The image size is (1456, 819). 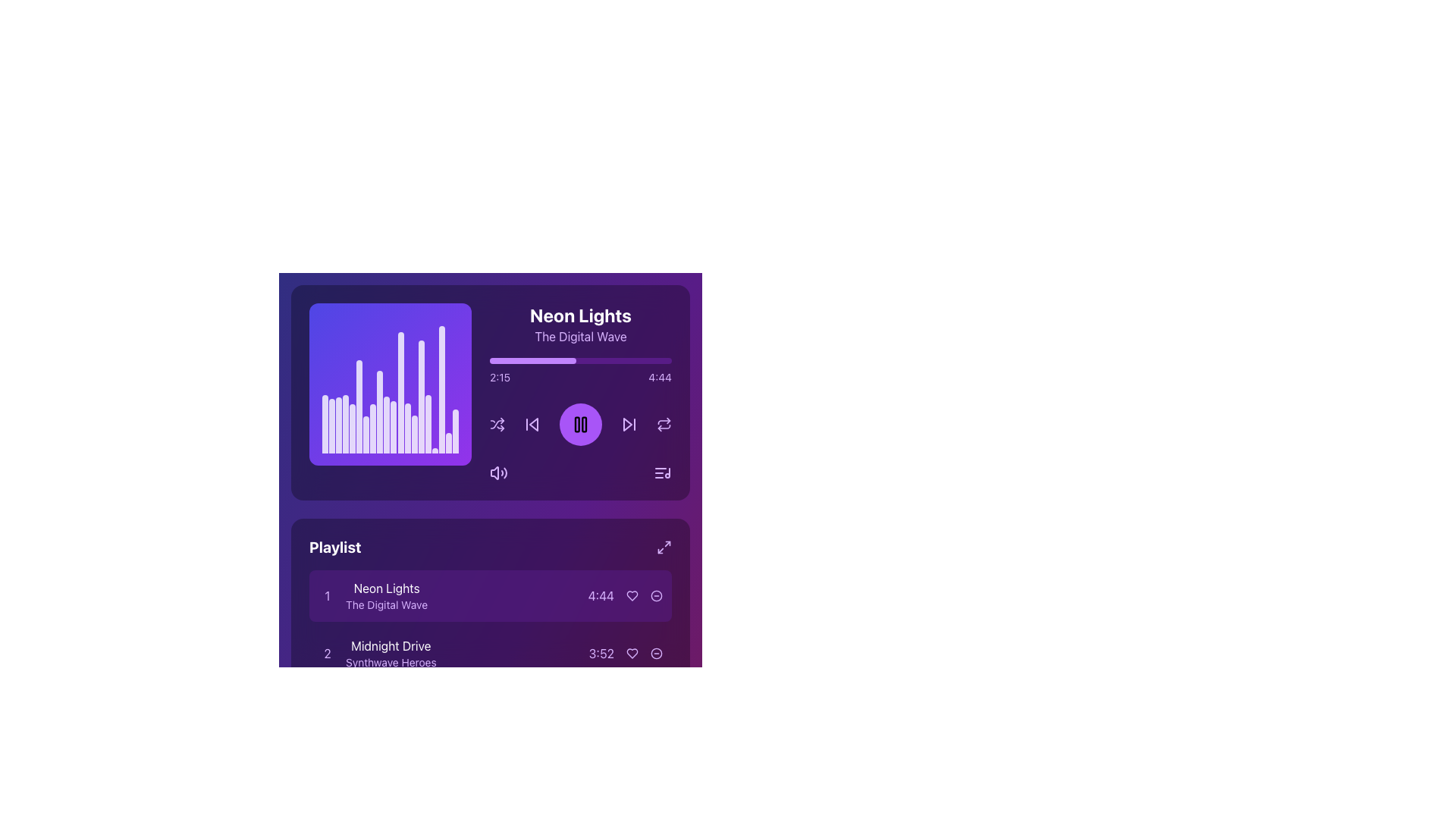 What do you see at coordinates (664, 424) in the screenshot?
I see `the purple circular icon with rotating arrows, which is the fourth button in the row of control buttons in the music player interface` at bounding box center [664, 424].